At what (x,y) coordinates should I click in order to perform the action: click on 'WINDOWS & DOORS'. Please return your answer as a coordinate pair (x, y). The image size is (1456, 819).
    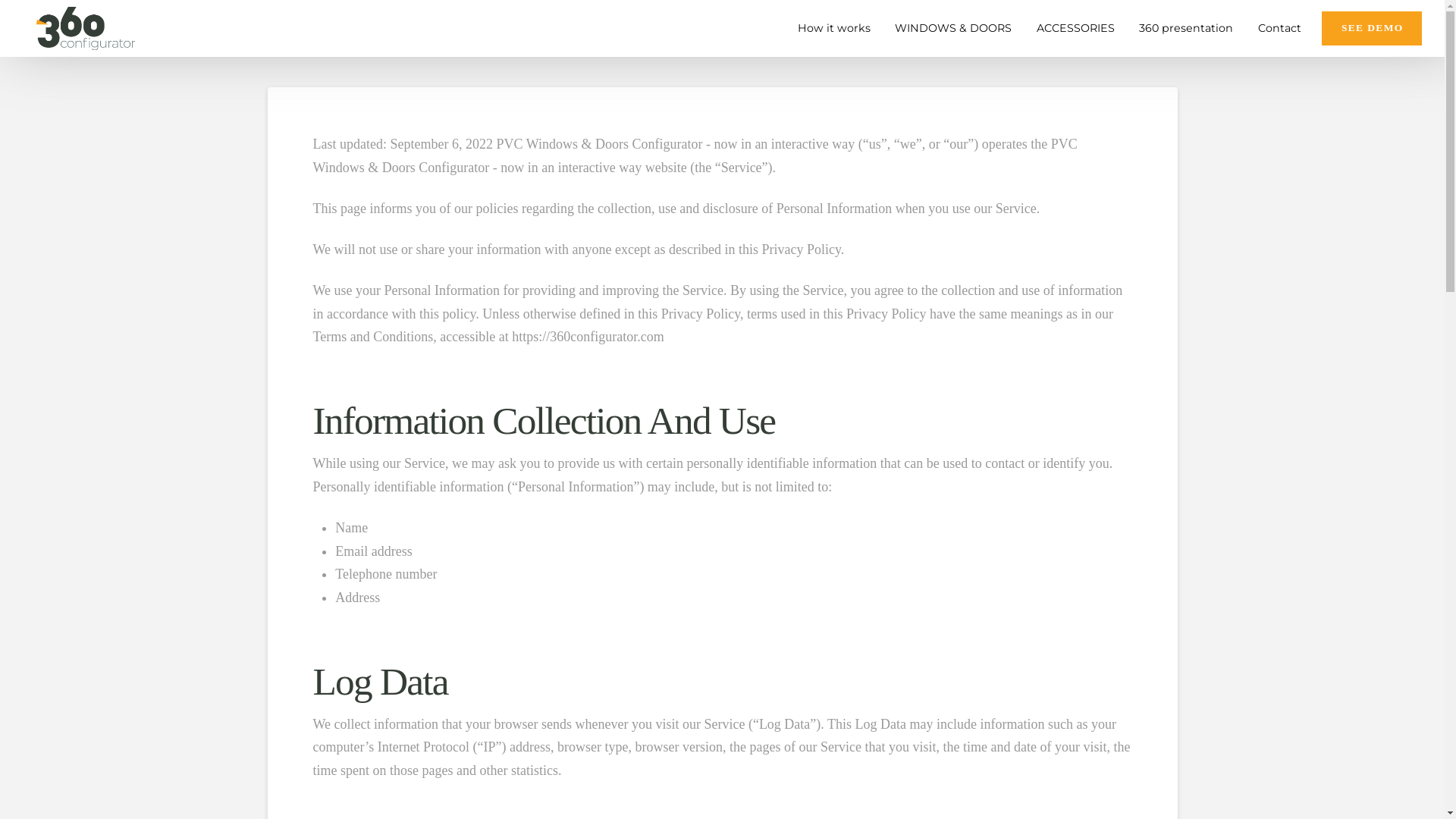
    Looking at the image, I should click on (880, 28).